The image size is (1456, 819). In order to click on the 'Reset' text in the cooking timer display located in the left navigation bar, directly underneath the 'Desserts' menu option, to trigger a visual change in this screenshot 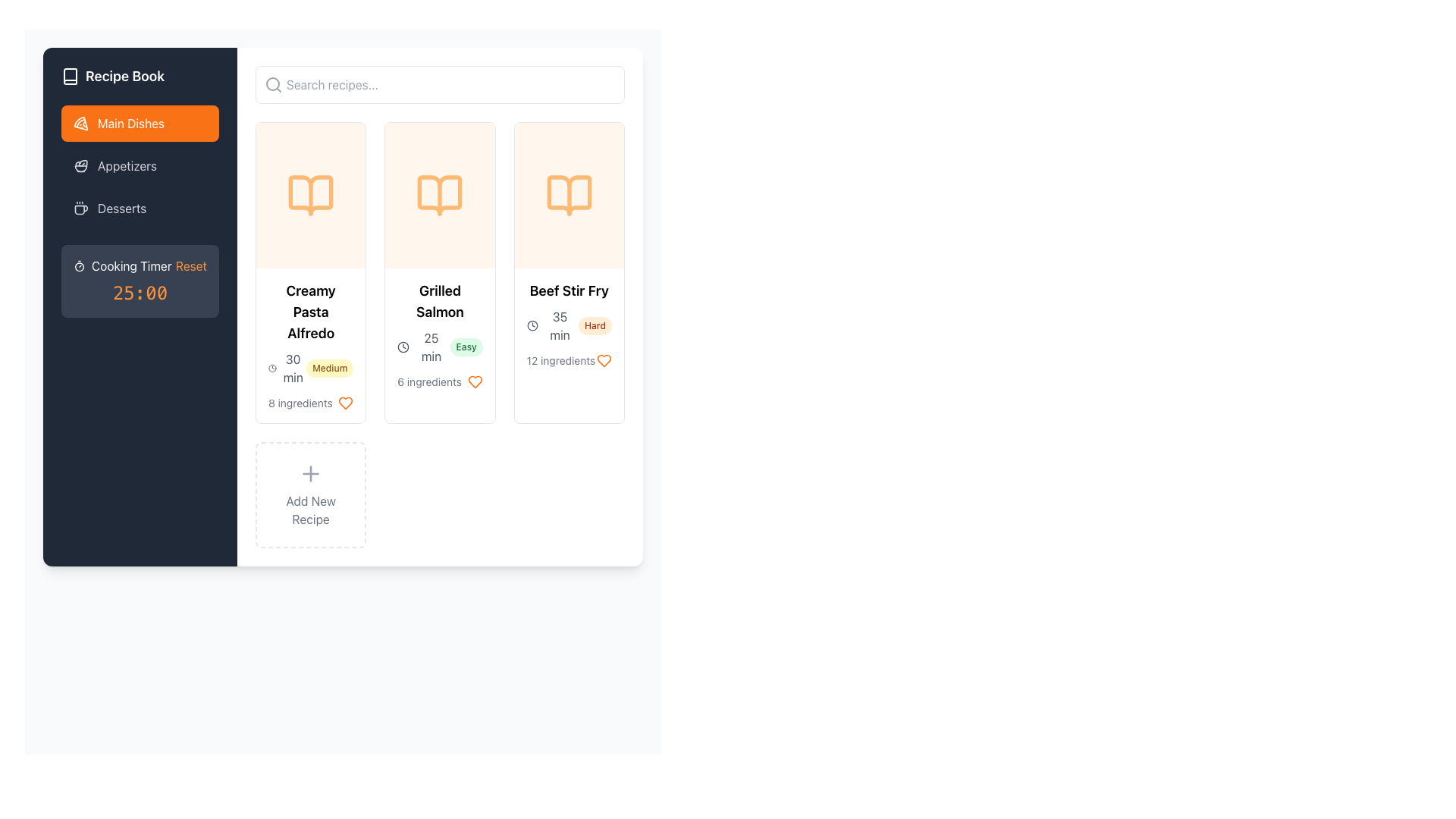, I will do `click(140, 281)`.